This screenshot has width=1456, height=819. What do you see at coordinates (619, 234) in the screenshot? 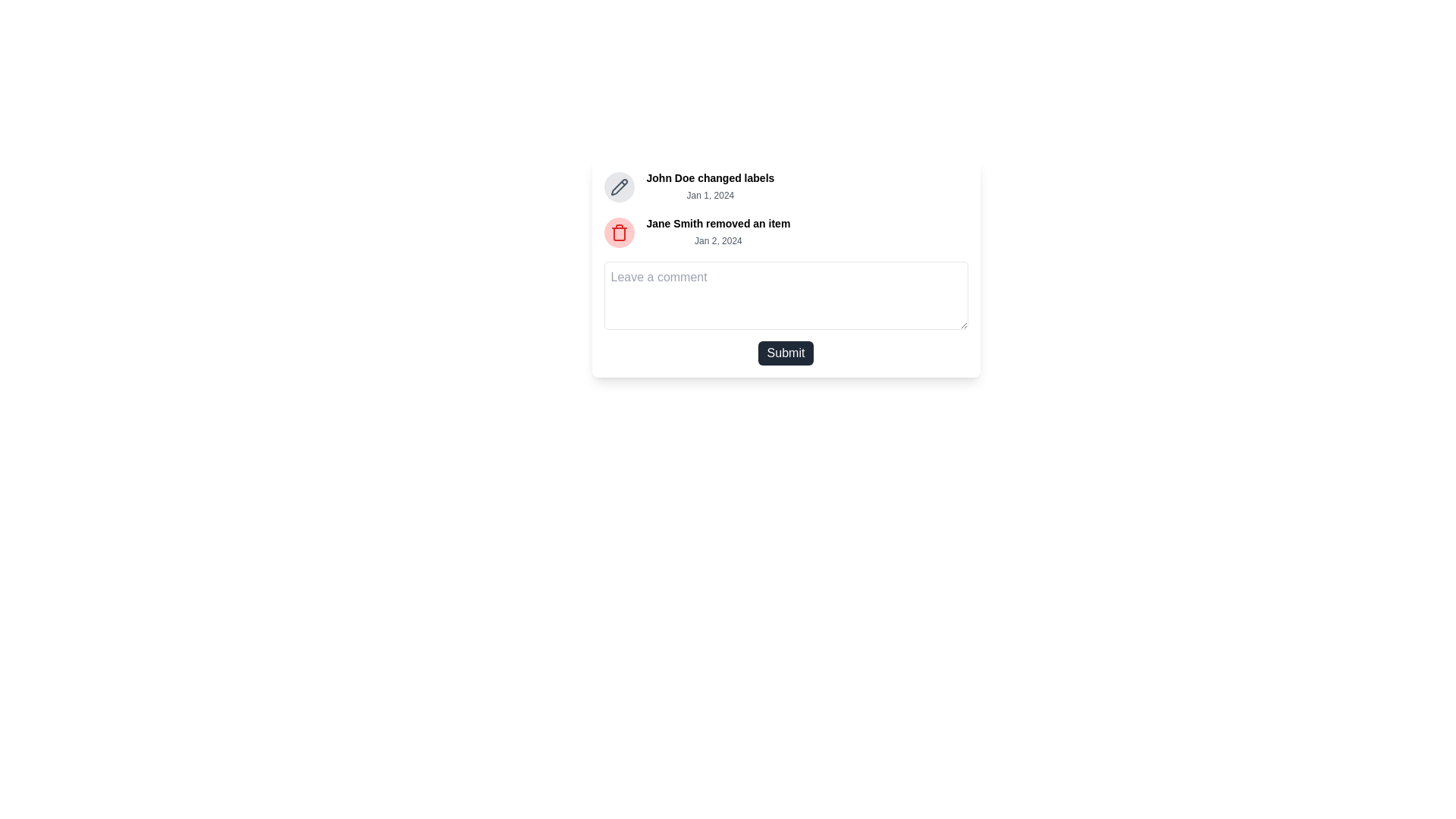
I see `the vertical body segment of the red trash can icon, which represents a delete action, located next to the 'Jane Smith removed an item' text` at bounding box center [619, 234].